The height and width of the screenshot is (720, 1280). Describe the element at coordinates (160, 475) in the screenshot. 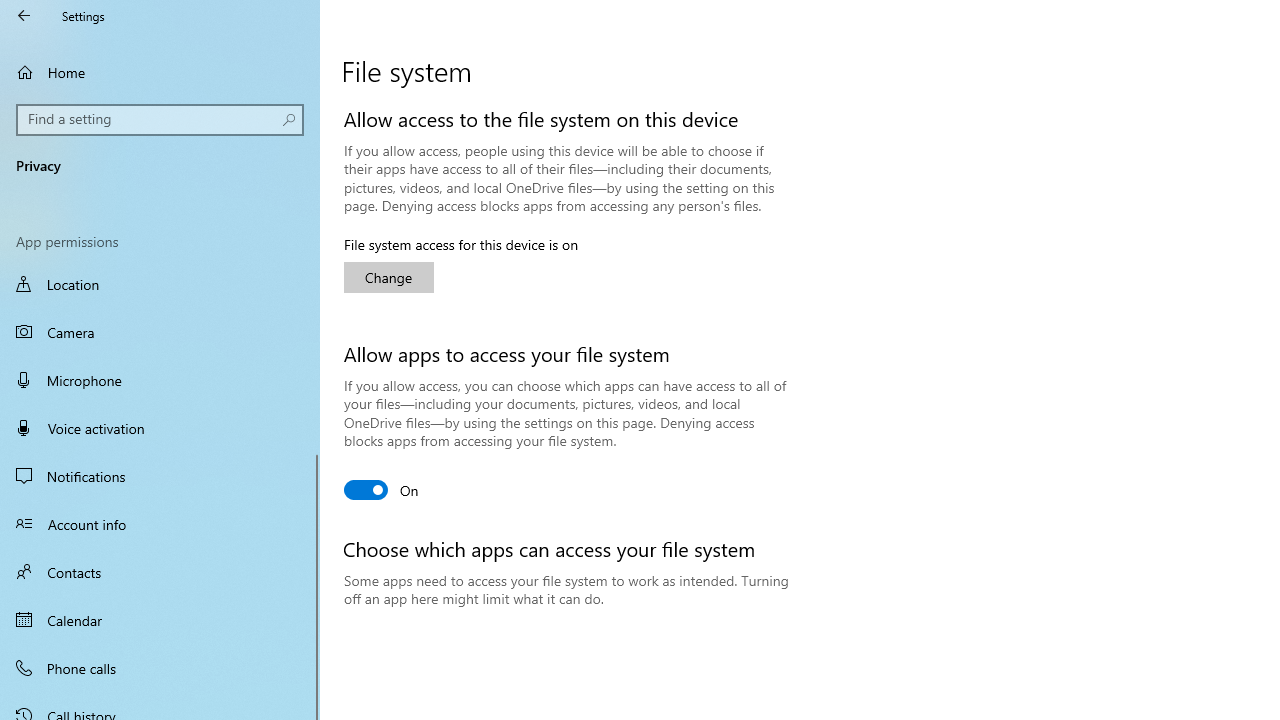

I see `'Notifications'` at that location.